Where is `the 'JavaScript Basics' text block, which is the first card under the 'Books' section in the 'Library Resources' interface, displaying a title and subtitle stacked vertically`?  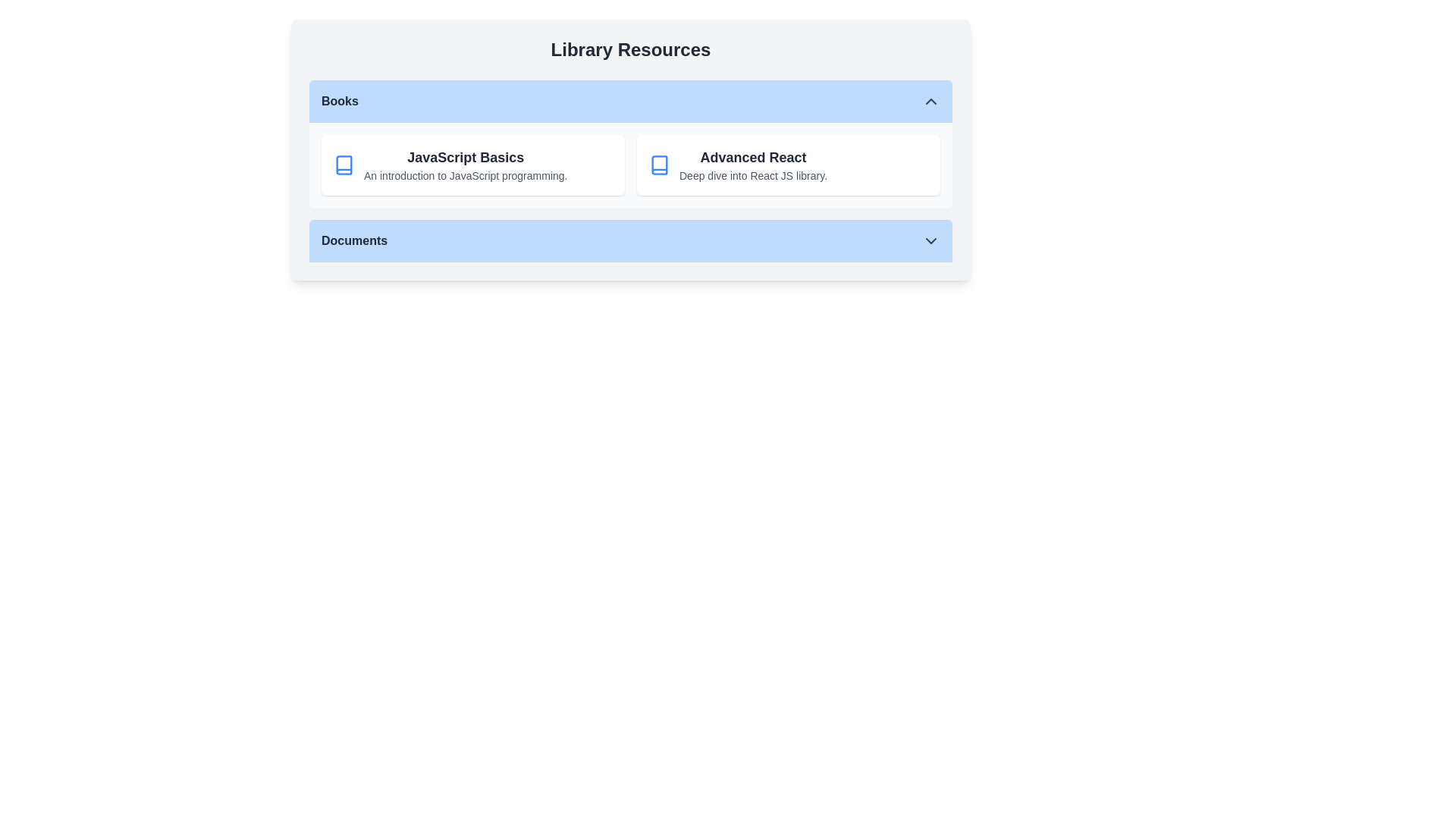
the 'JavaScript Basics' text block, which is the first card under the 'Books' section in the 'Library Resources' interface, displaying a title and subtitle stacked vertically is located at coordinates (465, 165).